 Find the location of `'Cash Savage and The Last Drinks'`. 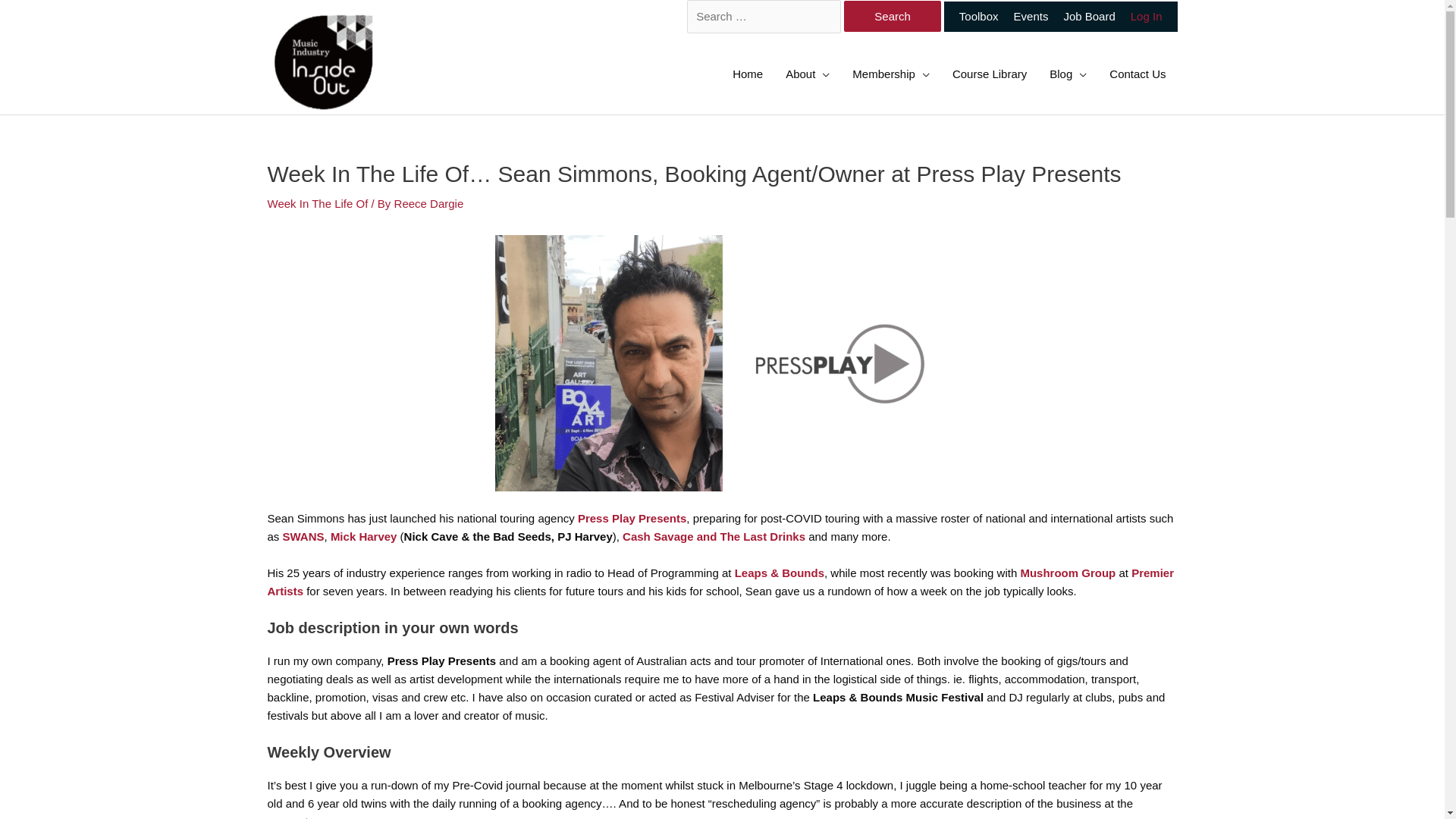

'Cash Savage and The Last Drinks' is located at coordinates (713, 535).